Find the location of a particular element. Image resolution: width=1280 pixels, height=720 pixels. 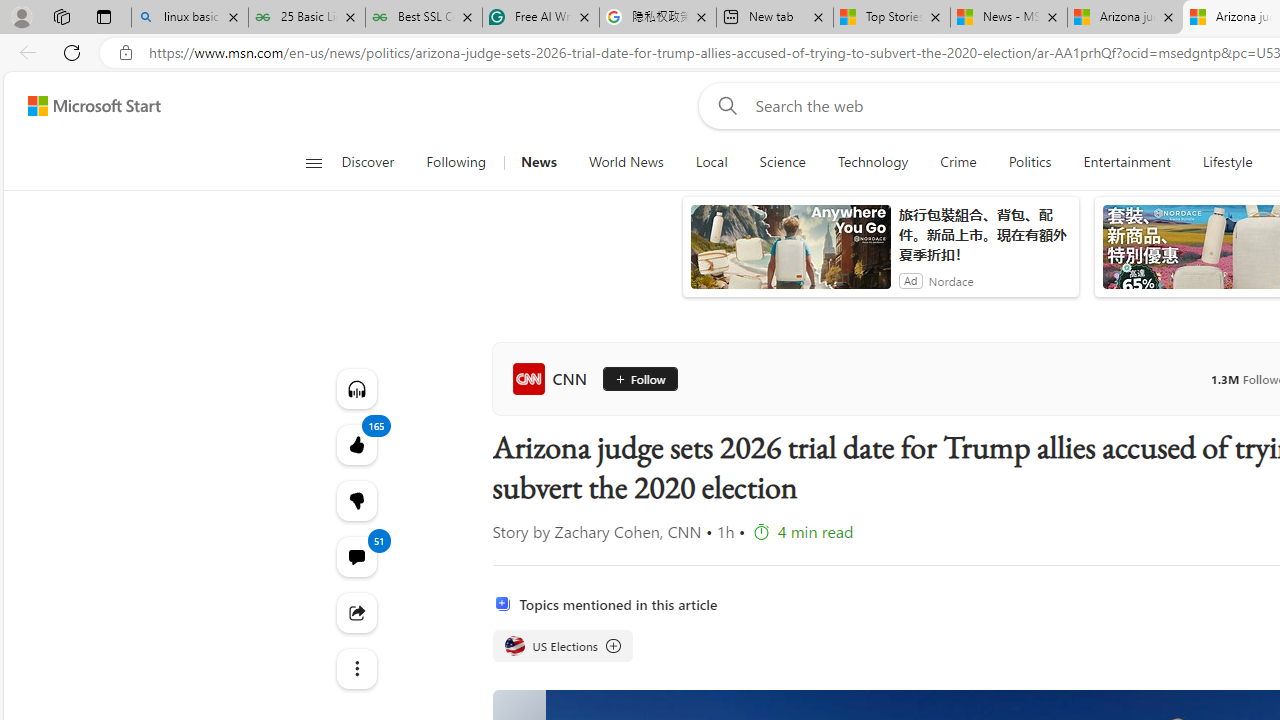

'US Elections' is located at coordinates (514, 645).